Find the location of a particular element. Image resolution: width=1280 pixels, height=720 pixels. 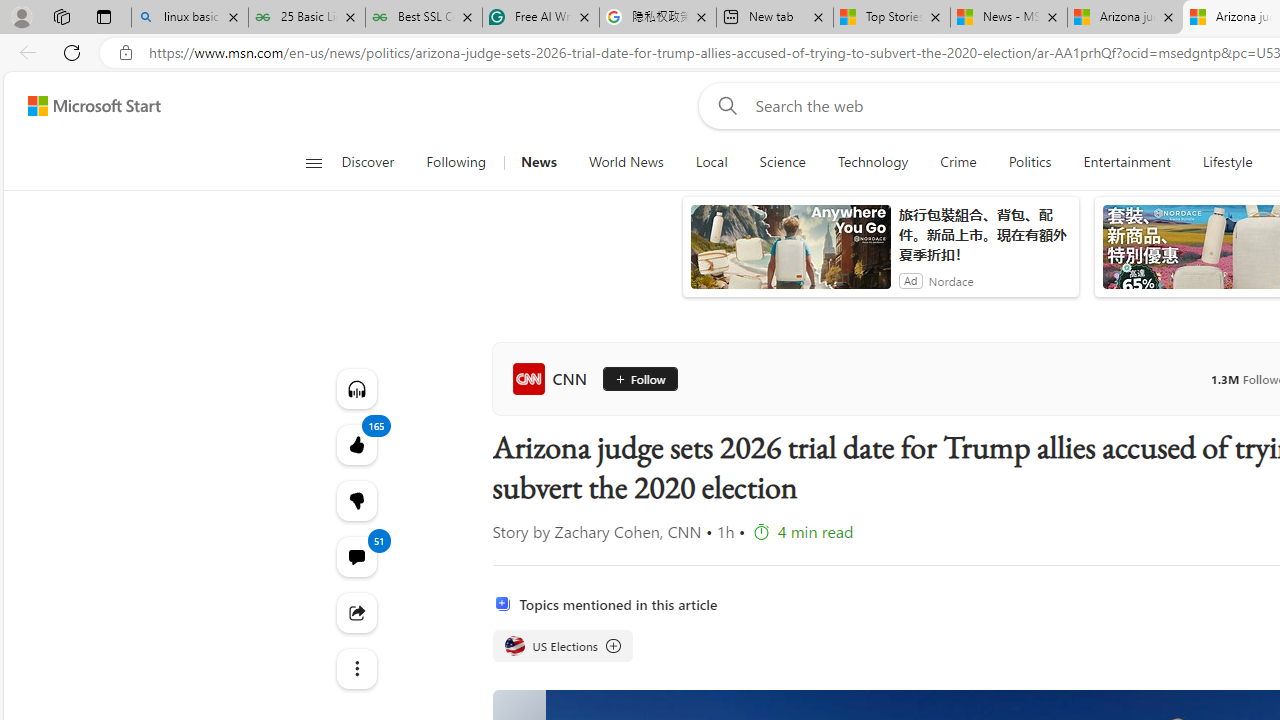

'US Elections' is located at coordinates (514, 645).